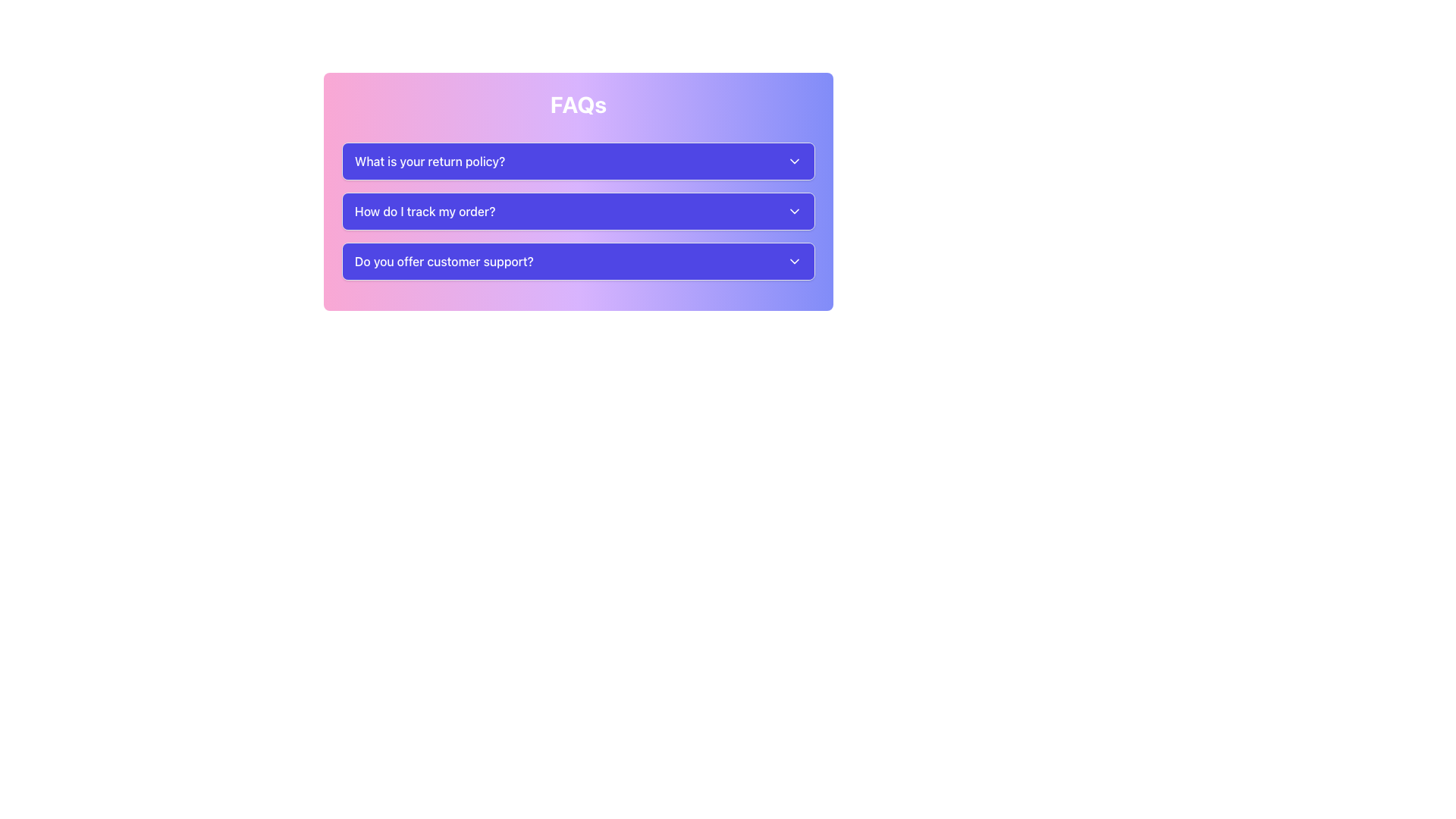  What do you see at coordinates (578, 260) in the screenshot?
I see `the interactive FAQ entry button, which is the third entry in a vertically stacked list` at bounding box center [578, 260].